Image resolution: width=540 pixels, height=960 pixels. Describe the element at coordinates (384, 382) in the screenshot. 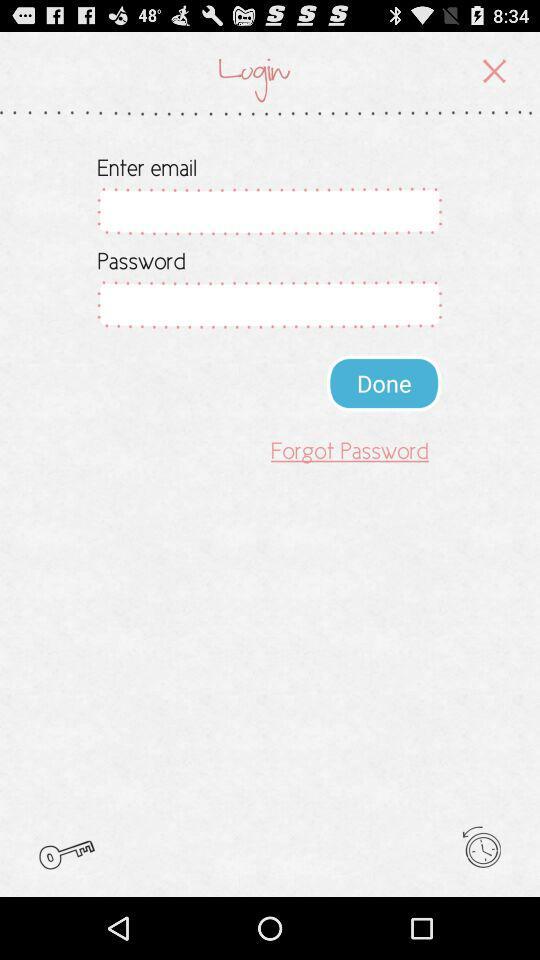

I see `icon above forgot password` at that location.